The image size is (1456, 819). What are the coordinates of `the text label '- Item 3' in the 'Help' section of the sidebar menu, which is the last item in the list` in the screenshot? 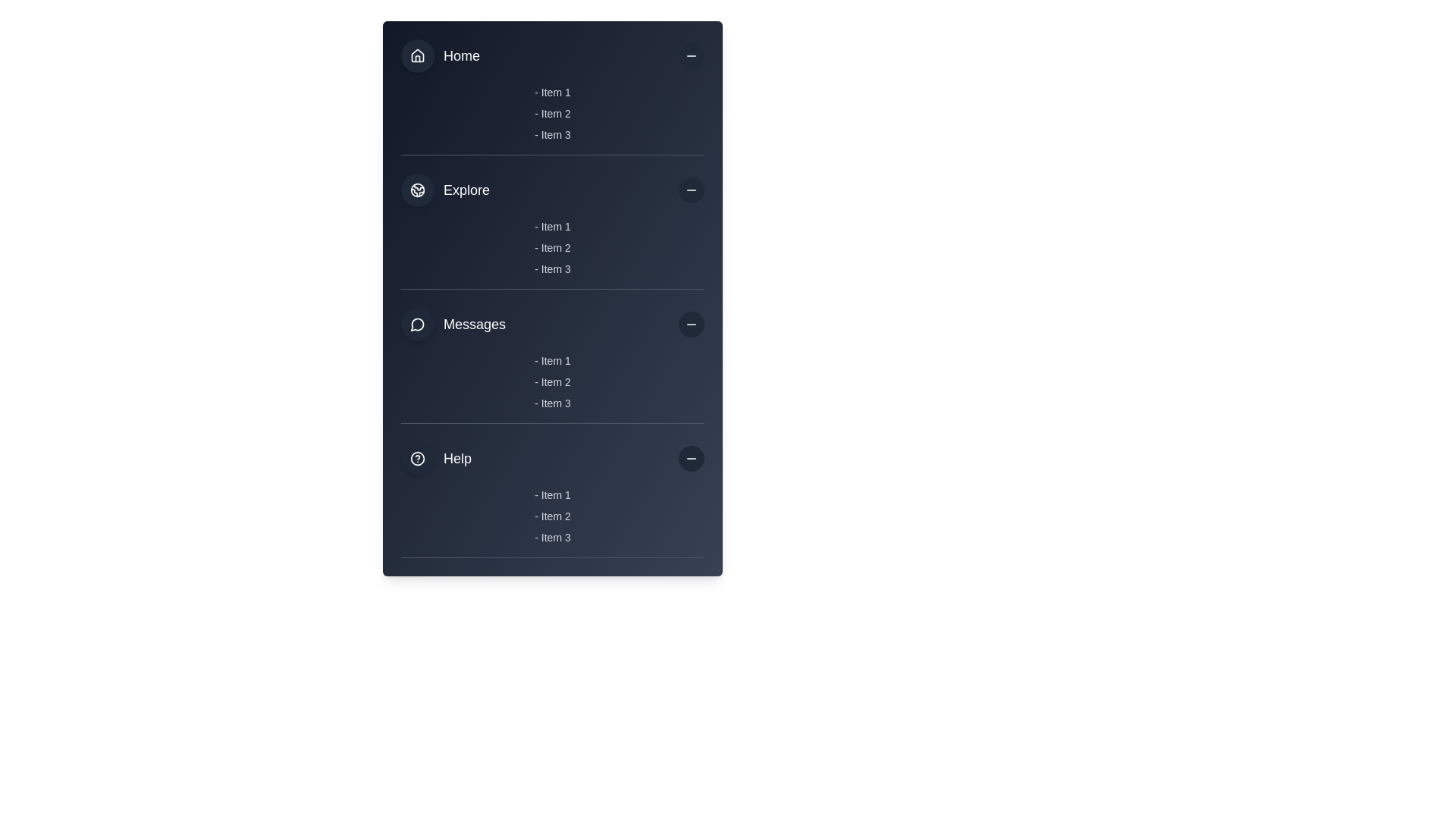 It's located at (552, 537).